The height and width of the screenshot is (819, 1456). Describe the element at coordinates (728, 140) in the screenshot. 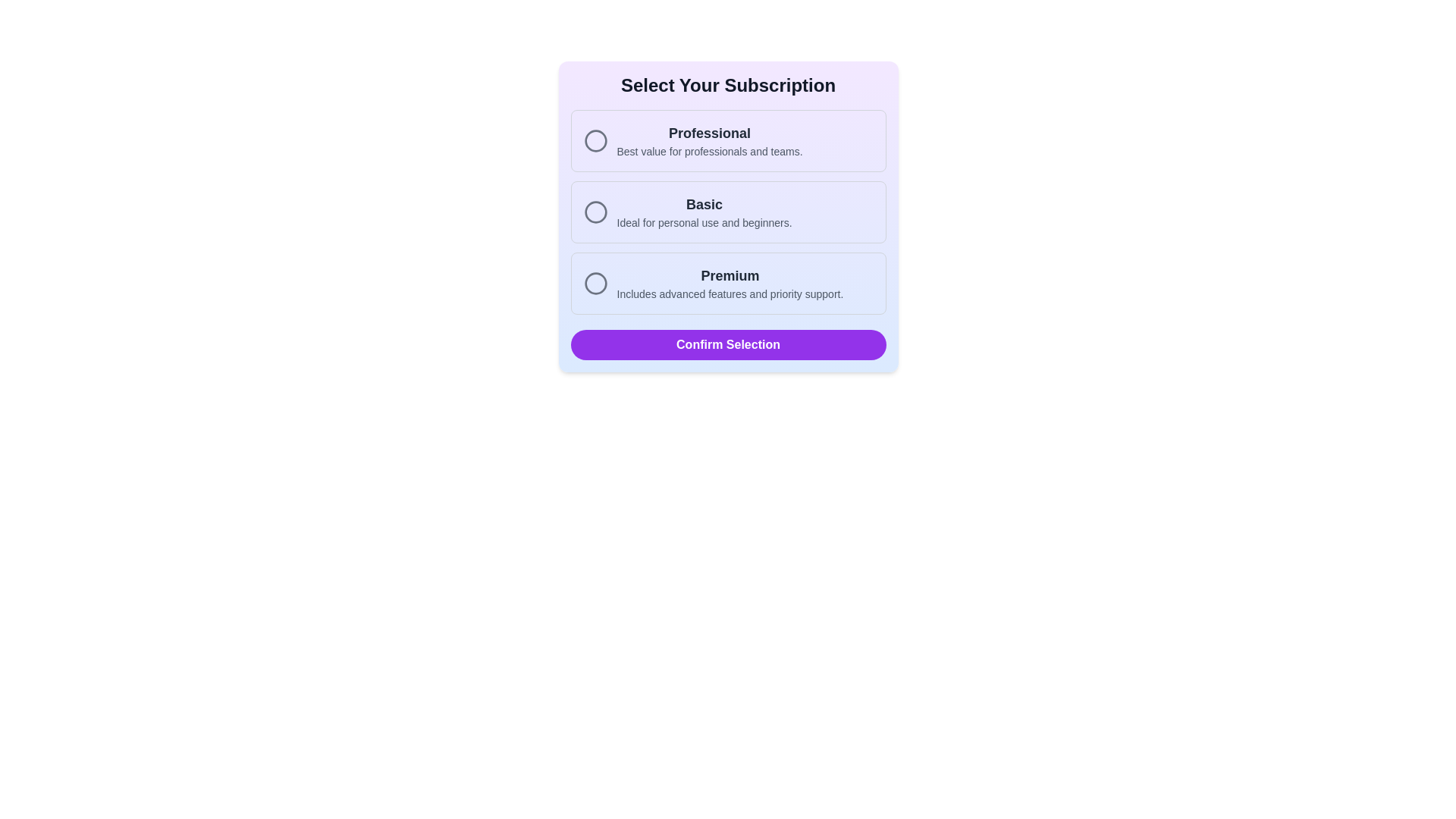

I see `to select the 'Professional' subscription plan option, which is the first radio button in a vertically arranged list on the subscription selection card` at that location.